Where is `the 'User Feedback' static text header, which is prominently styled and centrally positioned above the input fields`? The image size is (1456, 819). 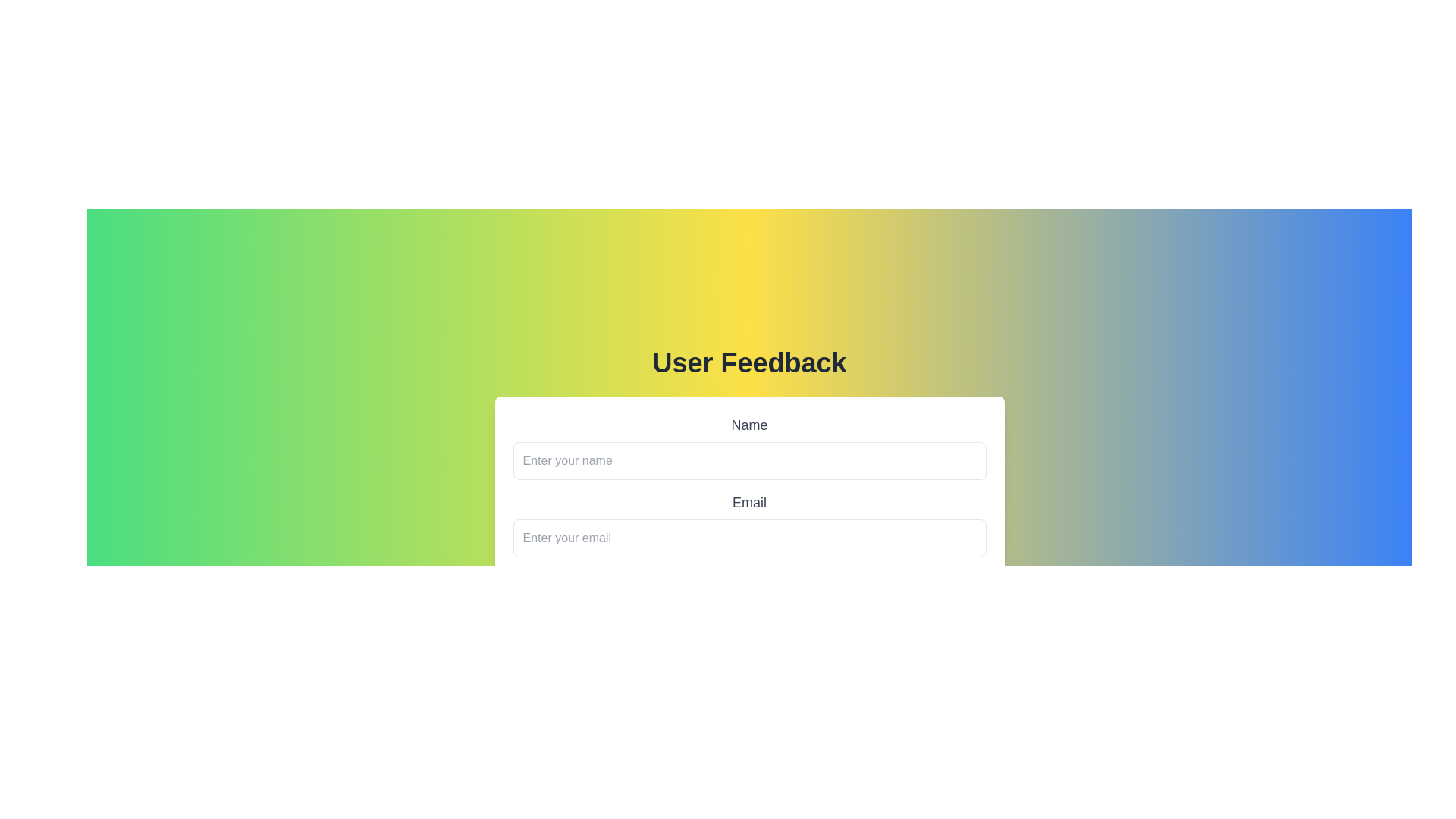
the 'User Feedback' static text header, which is prominently styled and centrally positioned above the input fields is located at coordinates (749, 362).